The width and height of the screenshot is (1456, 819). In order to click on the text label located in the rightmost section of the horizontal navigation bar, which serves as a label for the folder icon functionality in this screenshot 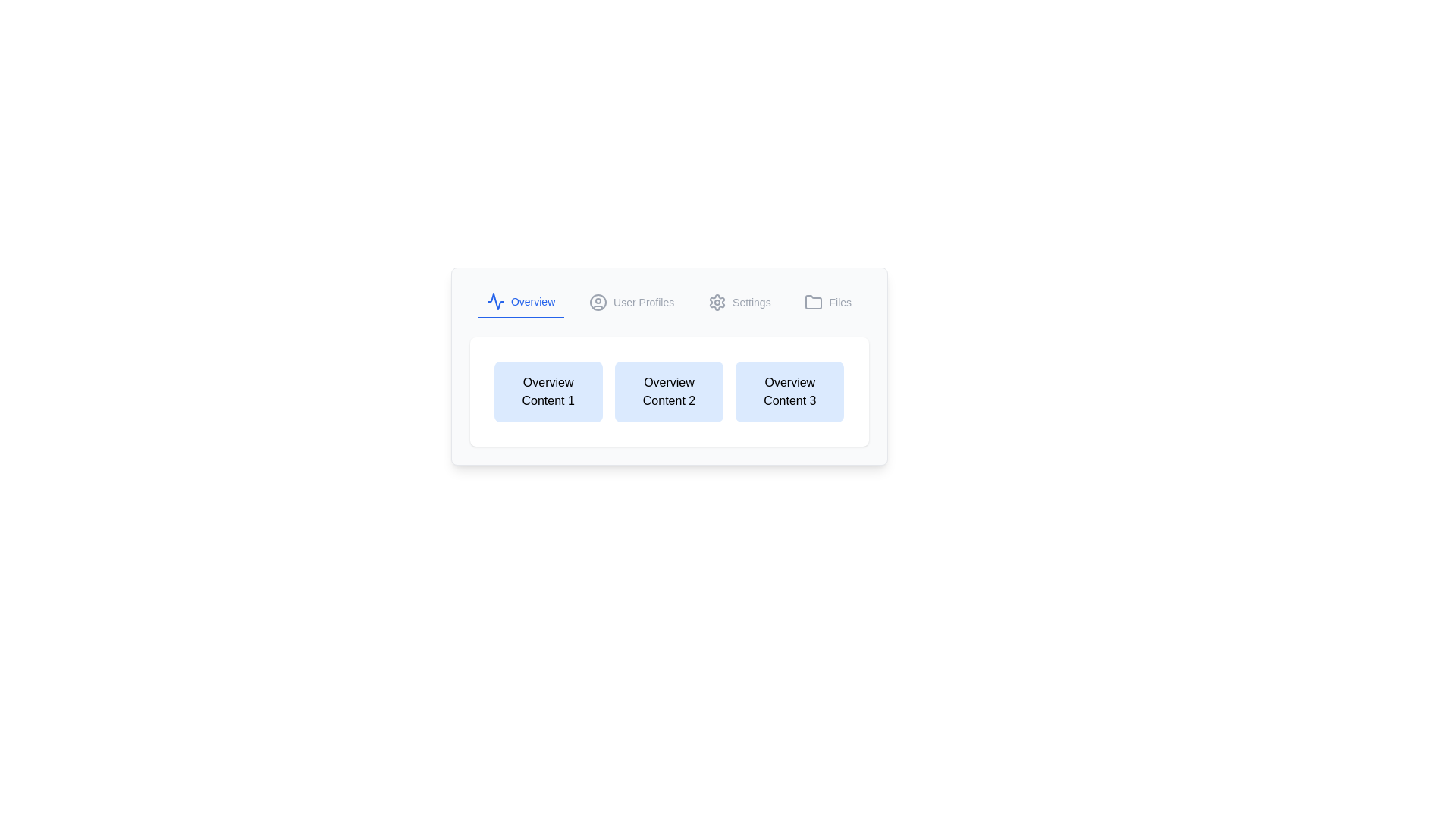, I will do `click(839, 302)`.